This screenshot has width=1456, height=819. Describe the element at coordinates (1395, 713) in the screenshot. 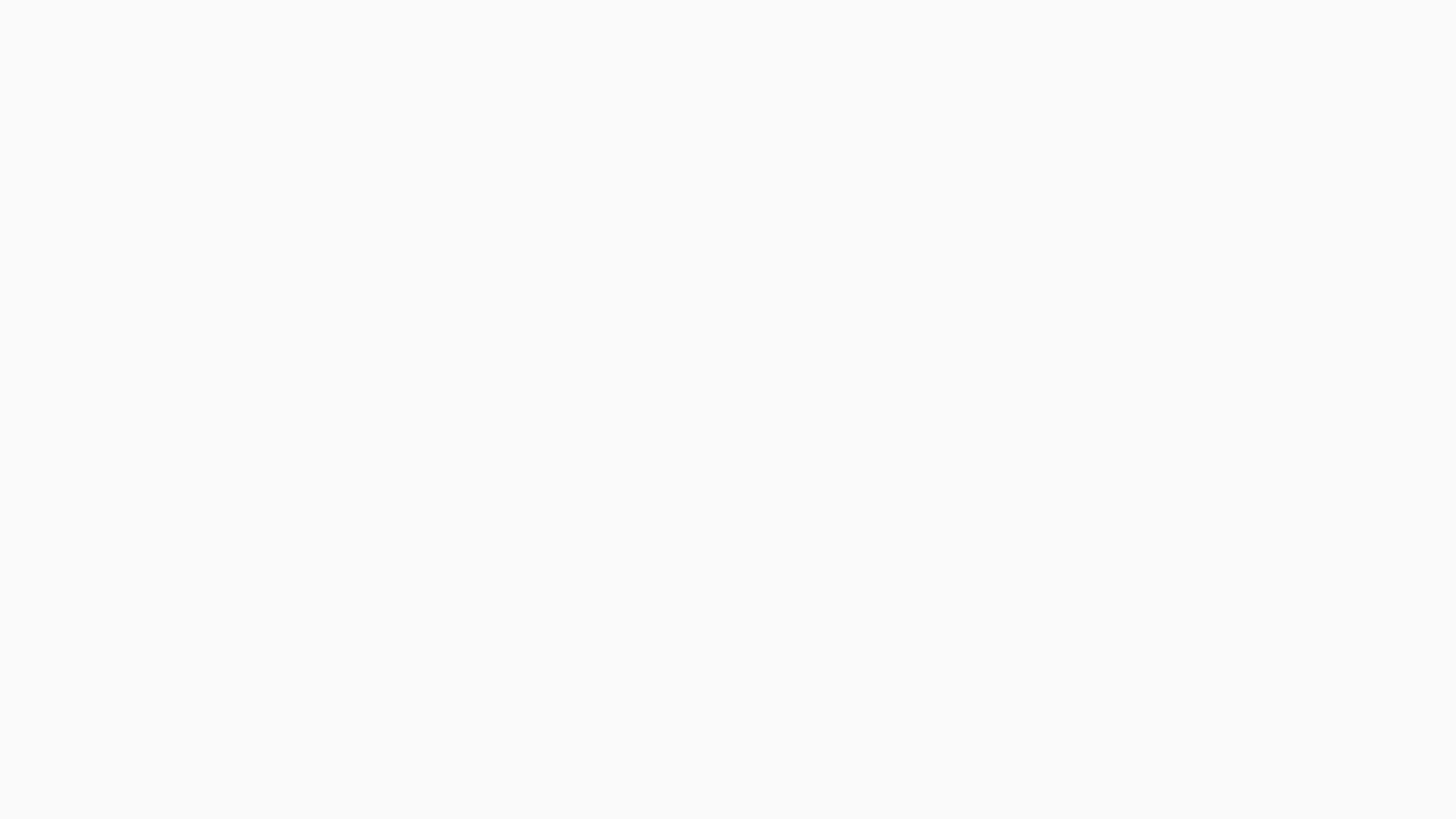

I see `Dismiss` at that location.